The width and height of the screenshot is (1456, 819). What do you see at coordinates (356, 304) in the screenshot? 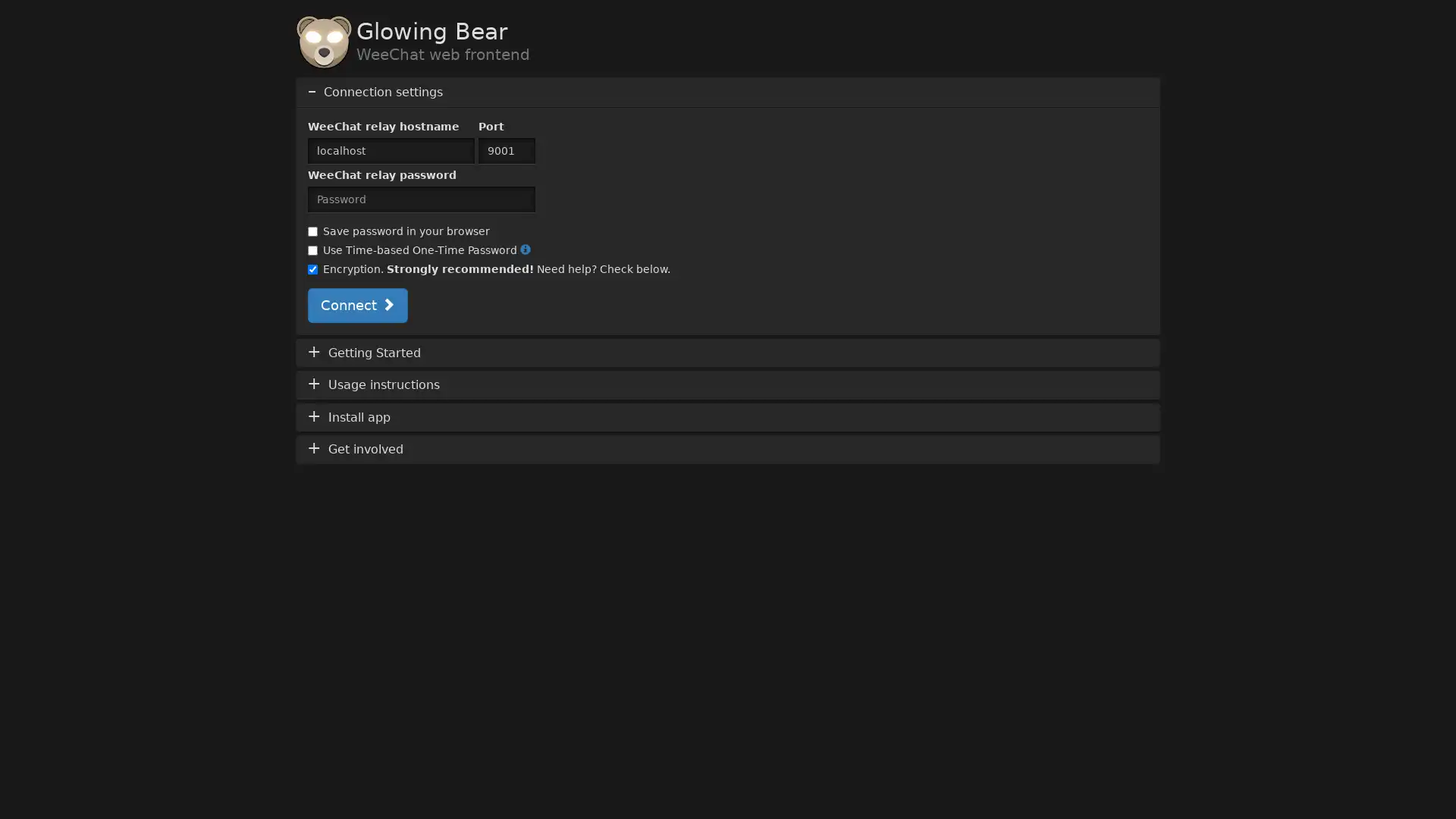
I see `Connect` at bounding box center [356, 304].